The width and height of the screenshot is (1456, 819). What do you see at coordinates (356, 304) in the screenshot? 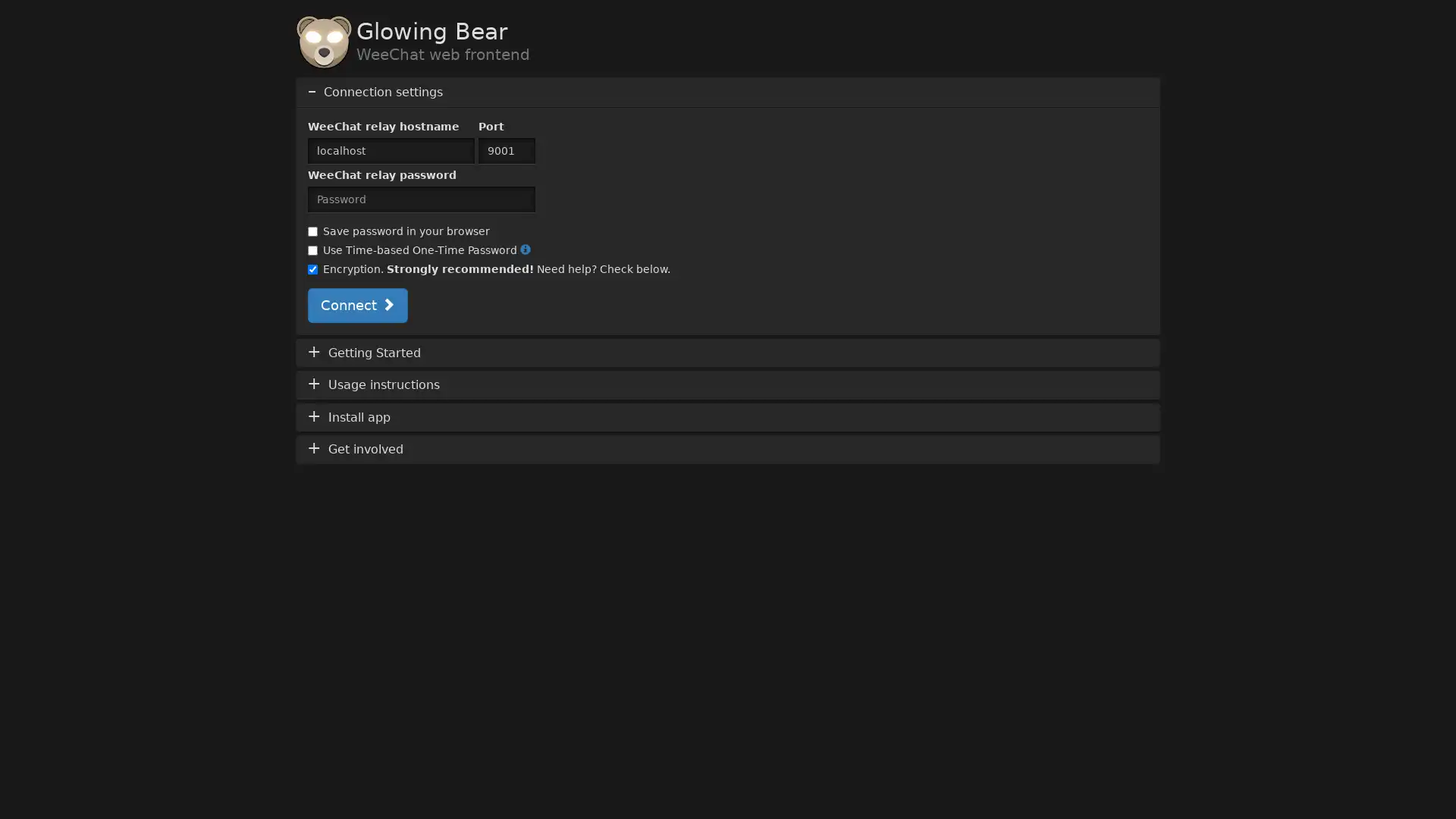
I see `Connect` at bounding box center [356, 304].